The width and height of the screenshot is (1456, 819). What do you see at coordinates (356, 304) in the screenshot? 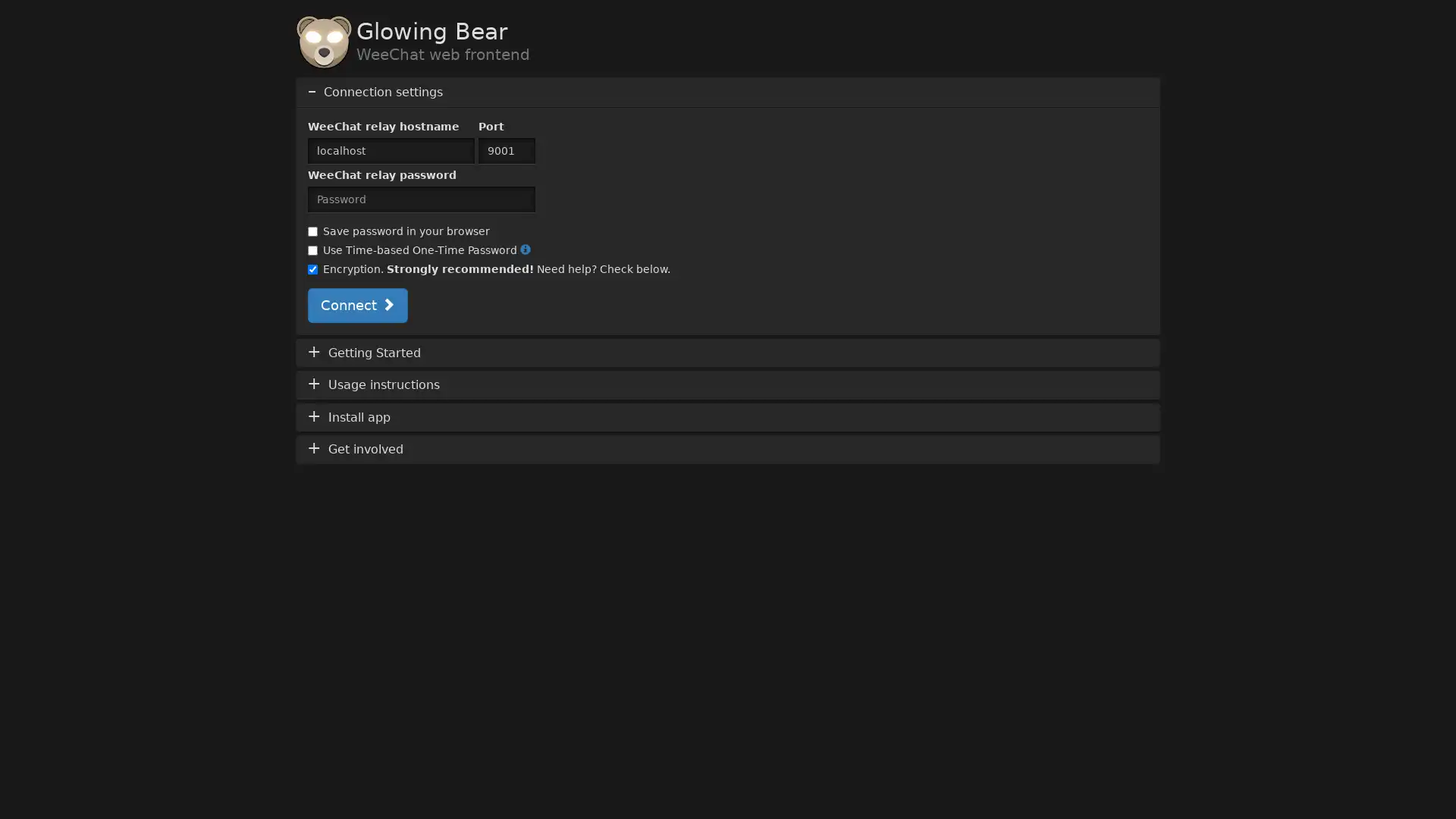
I see `Connect` at bounding box center [356, 304].